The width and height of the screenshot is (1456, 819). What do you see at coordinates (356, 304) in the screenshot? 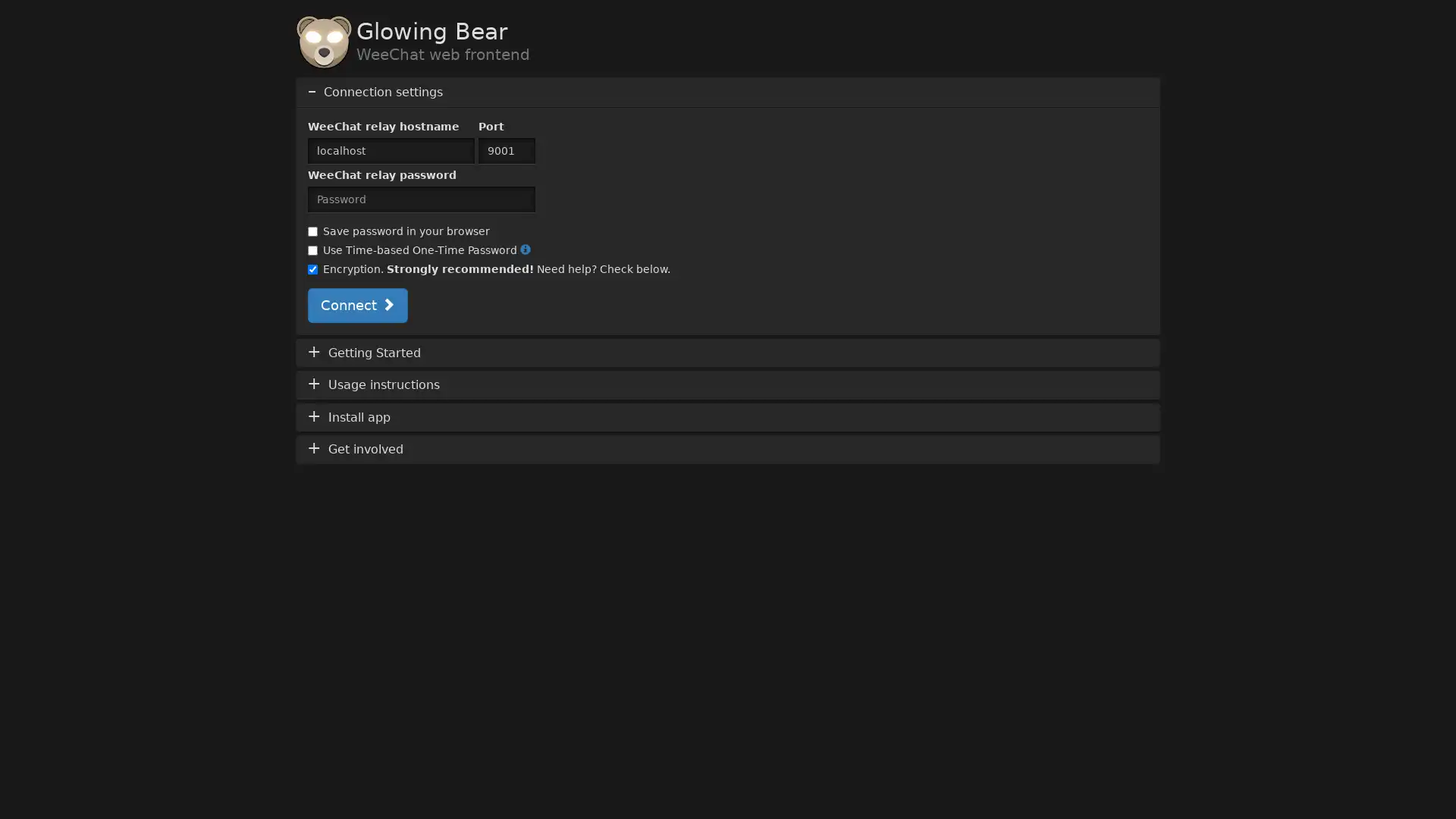
I see `Connect` at bounding box center [356, 304].